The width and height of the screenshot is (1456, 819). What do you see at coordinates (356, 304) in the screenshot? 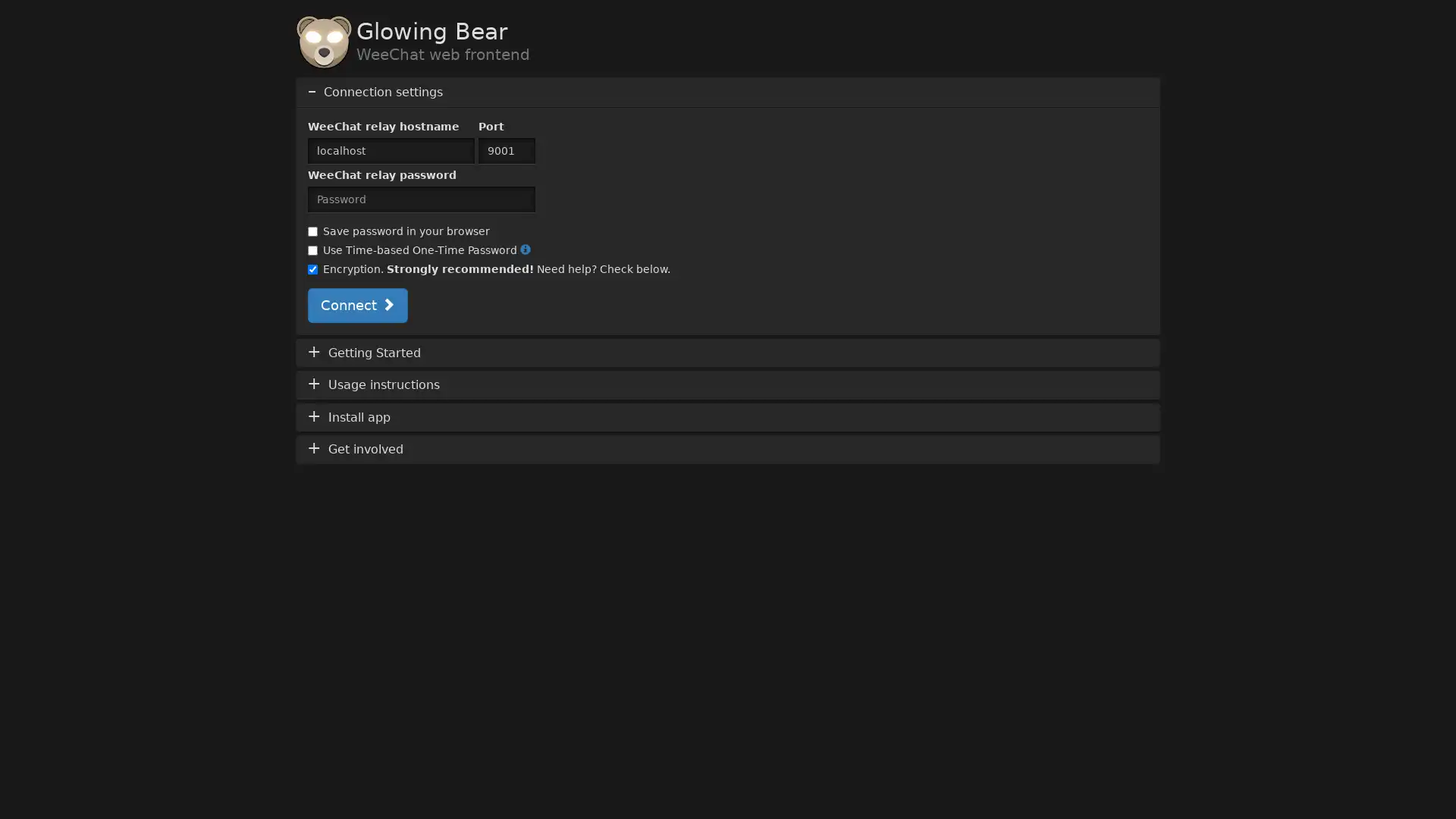
I see `Connect` at bounding box center [356, 304].